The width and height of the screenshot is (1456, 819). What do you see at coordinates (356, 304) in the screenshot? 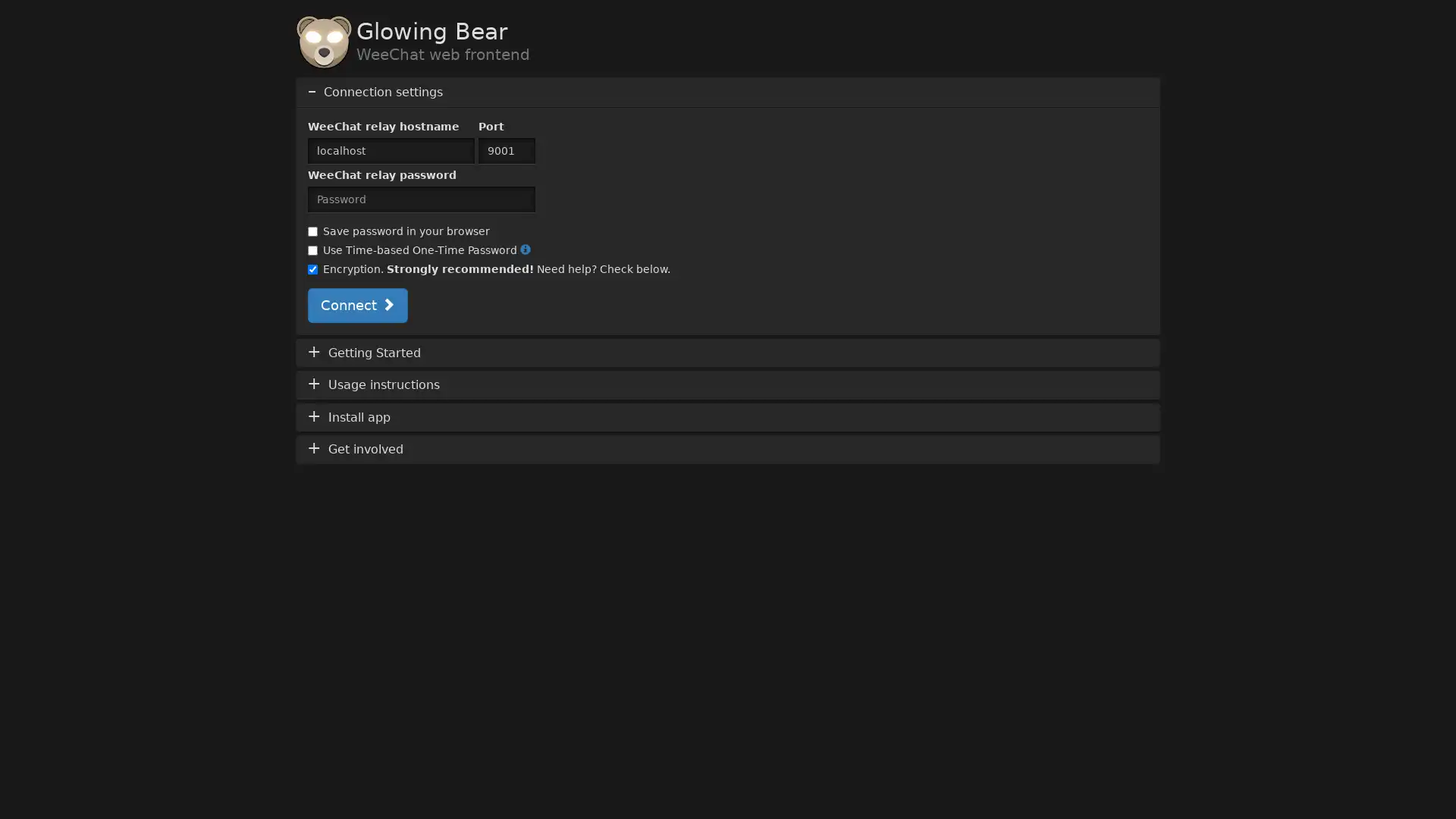
I see `Connect` at bounding box center [356, 304].